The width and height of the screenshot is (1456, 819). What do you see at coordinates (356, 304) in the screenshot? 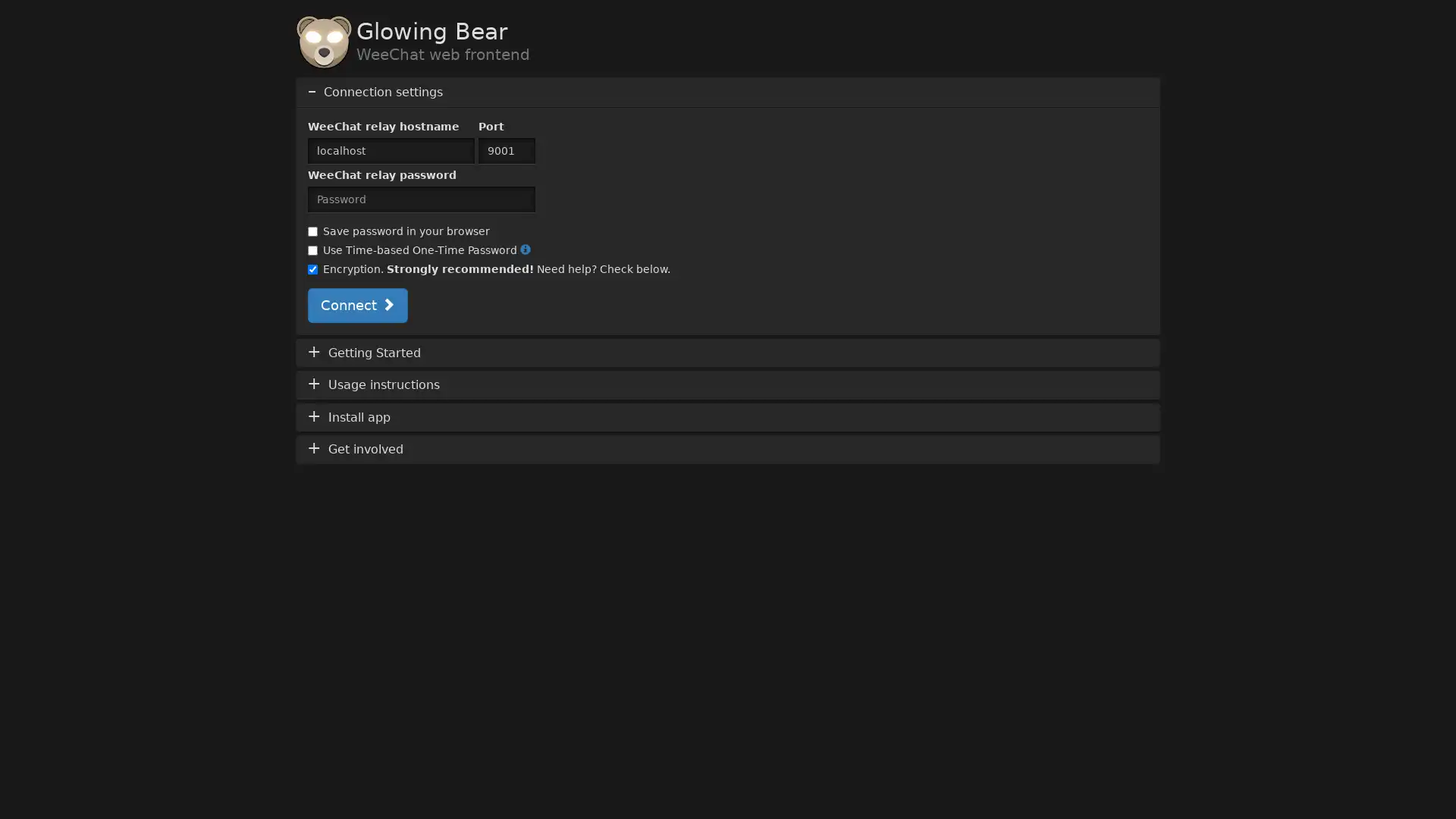
I see `Connect` at bounding box center [356, 304].